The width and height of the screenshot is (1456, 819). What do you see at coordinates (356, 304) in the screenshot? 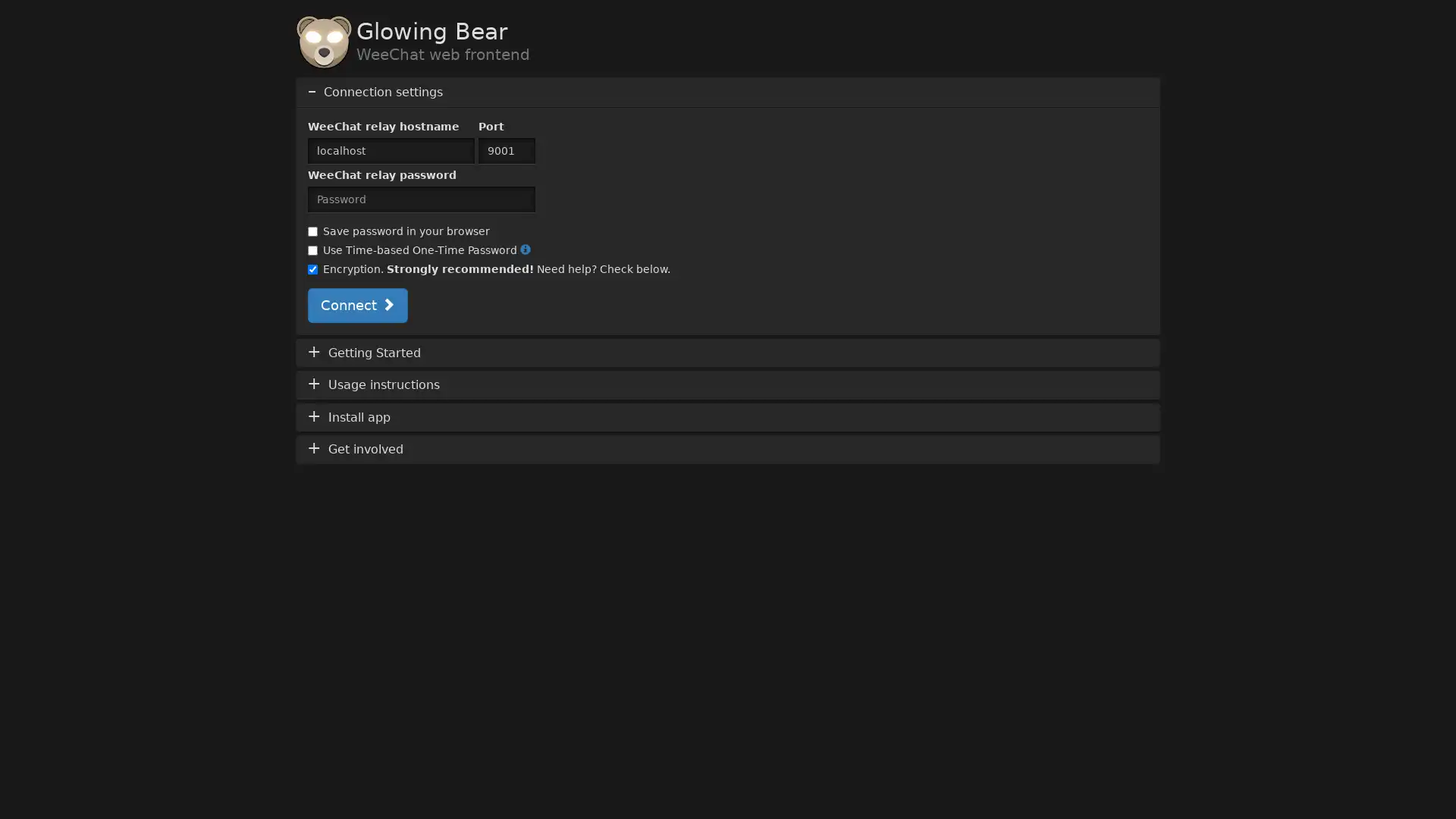
I see `Connect` at bounding box center [356, 304].